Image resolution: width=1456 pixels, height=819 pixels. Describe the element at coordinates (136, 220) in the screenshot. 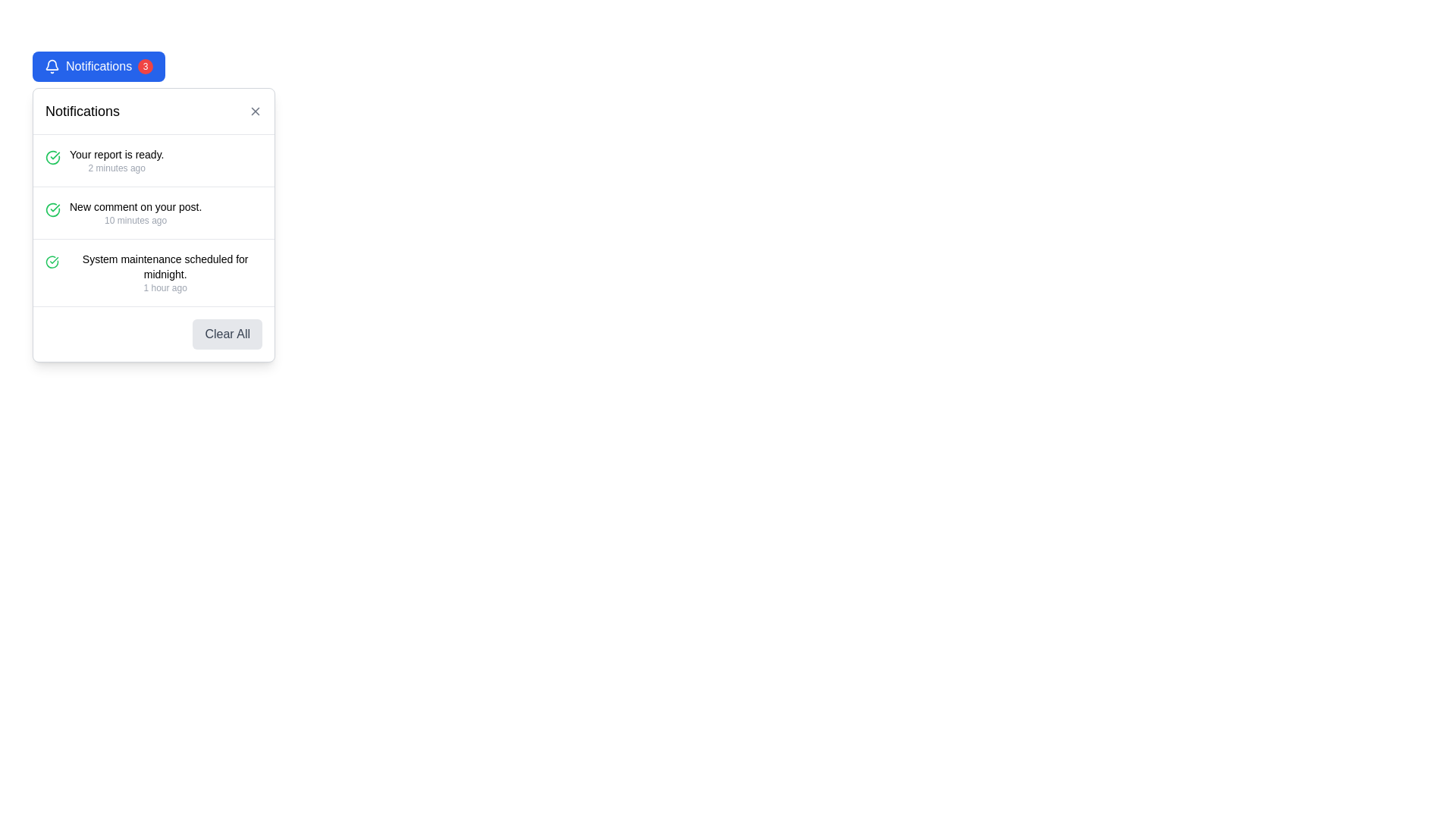

I see `timestamp displayed in the small grey text label that reads '10 minutes ago', located below the bold message 'New comment on your post.' in the notification box` at that location.